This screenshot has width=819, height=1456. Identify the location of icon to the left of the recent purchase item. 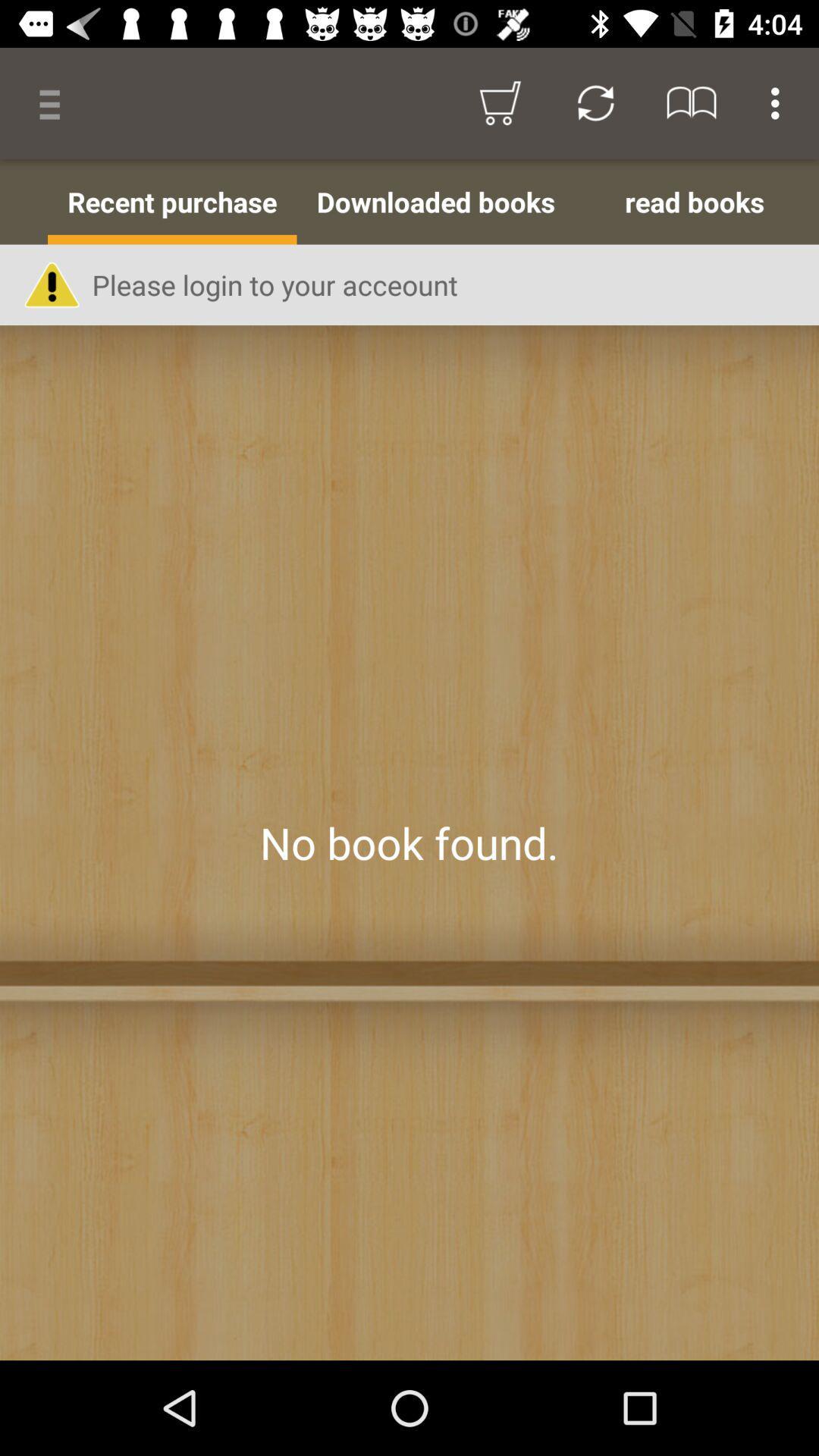
(24, 201).